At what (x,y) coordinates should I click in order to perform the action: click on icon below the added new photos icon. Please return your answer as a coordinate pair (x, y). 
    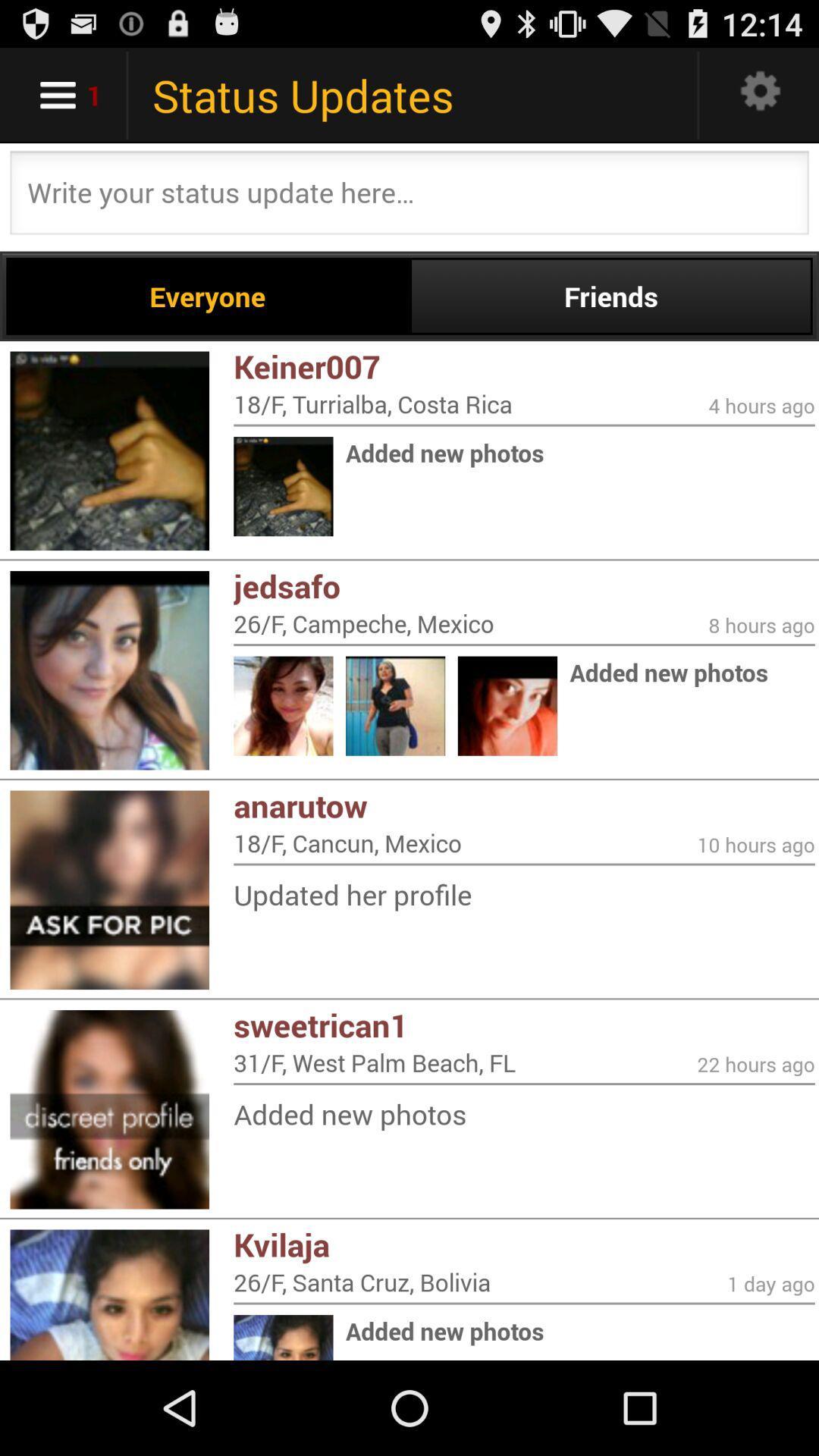
    Looking at the image, I should click on (523, 1244).